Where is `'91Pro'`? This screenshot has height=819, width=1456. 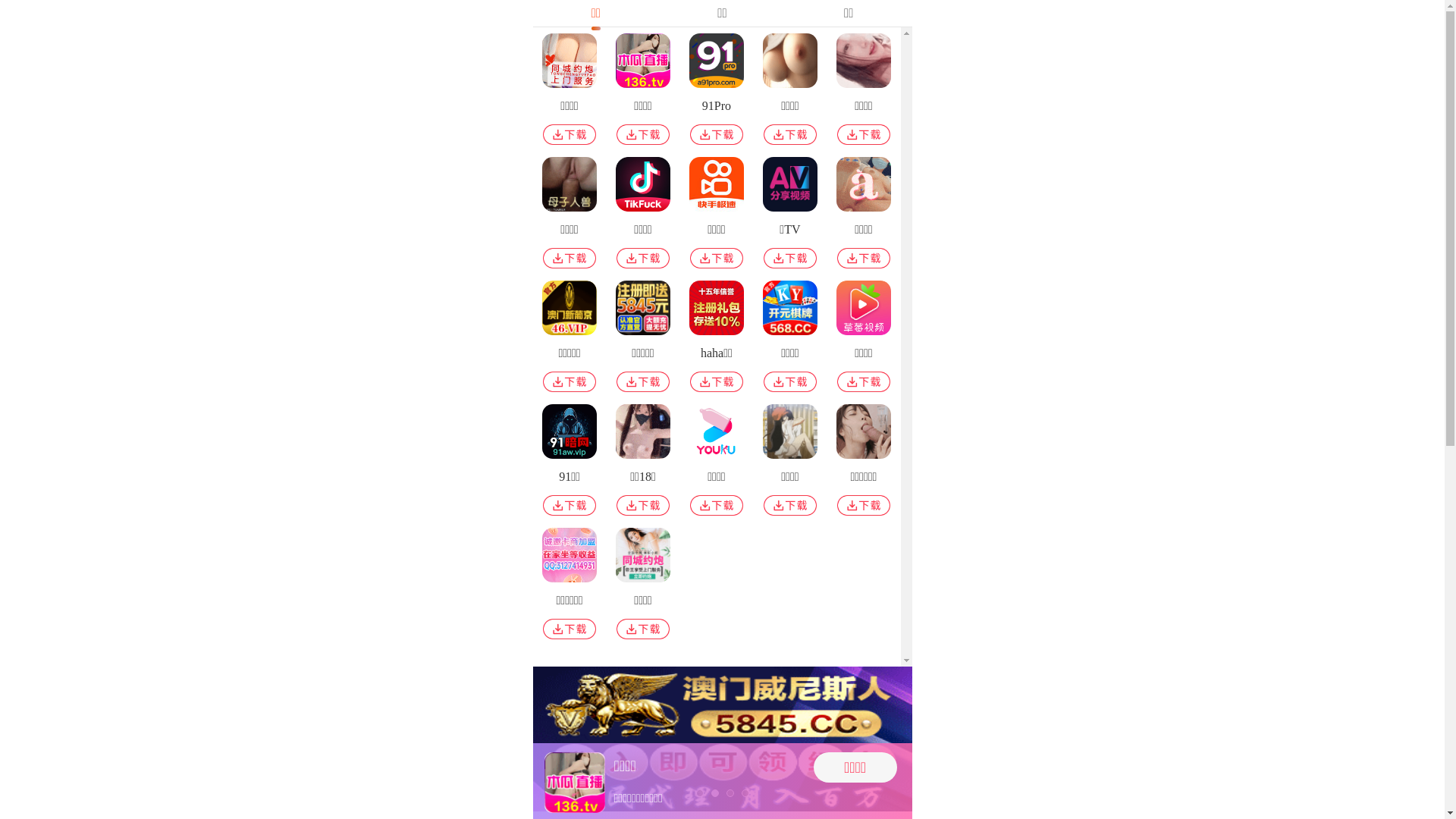
'91Pro' is located at coordinates (679, 92).